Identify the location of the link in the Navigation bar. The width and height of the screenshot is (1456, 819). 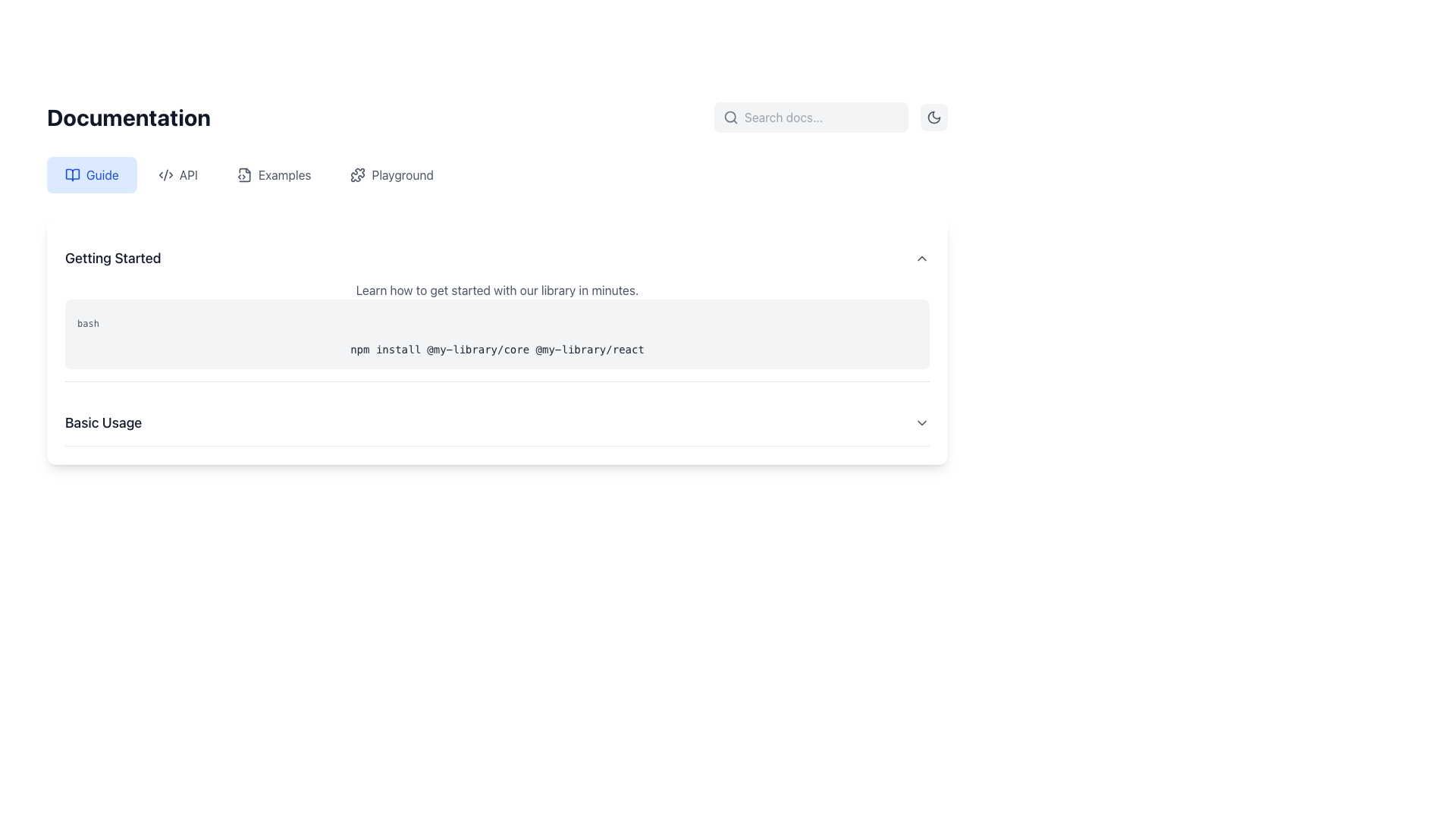
(497, 174).